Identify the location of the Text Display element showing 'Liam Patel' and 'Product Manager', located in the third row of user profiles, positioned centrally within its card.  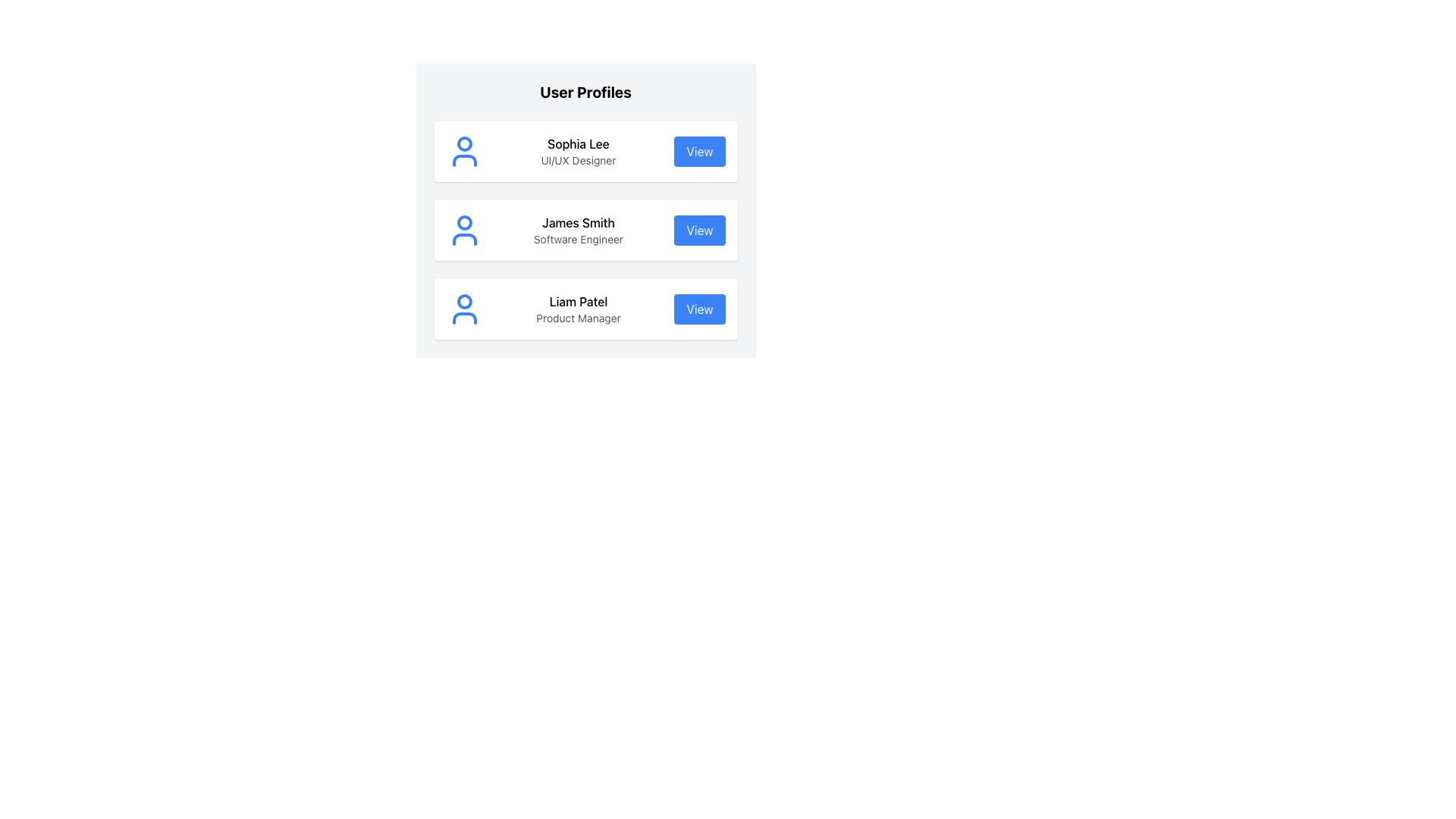
(578, 309).